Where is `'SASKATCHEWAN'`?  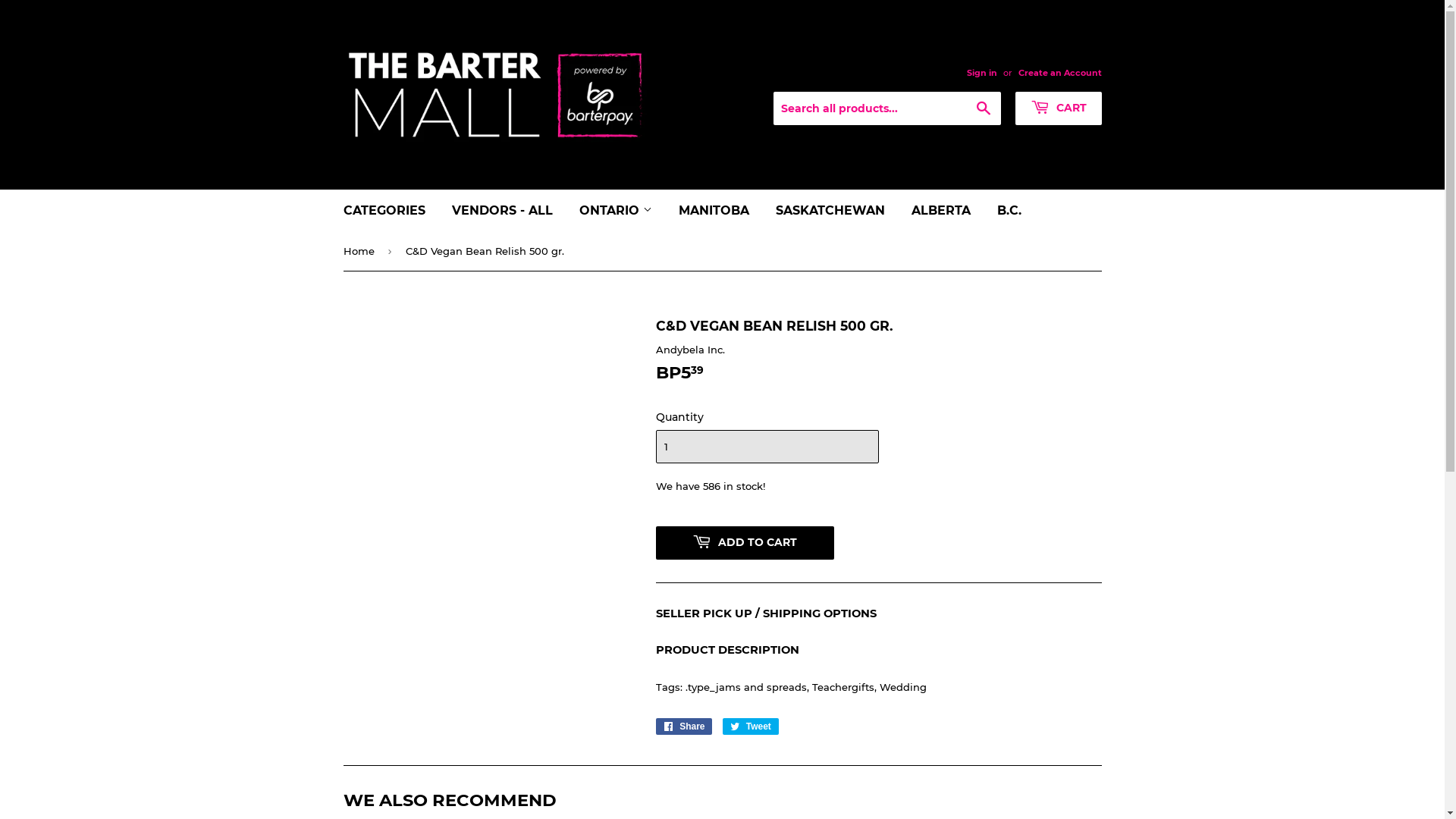 'SASKATCHEWAN' is located at coordinates (829, 210).